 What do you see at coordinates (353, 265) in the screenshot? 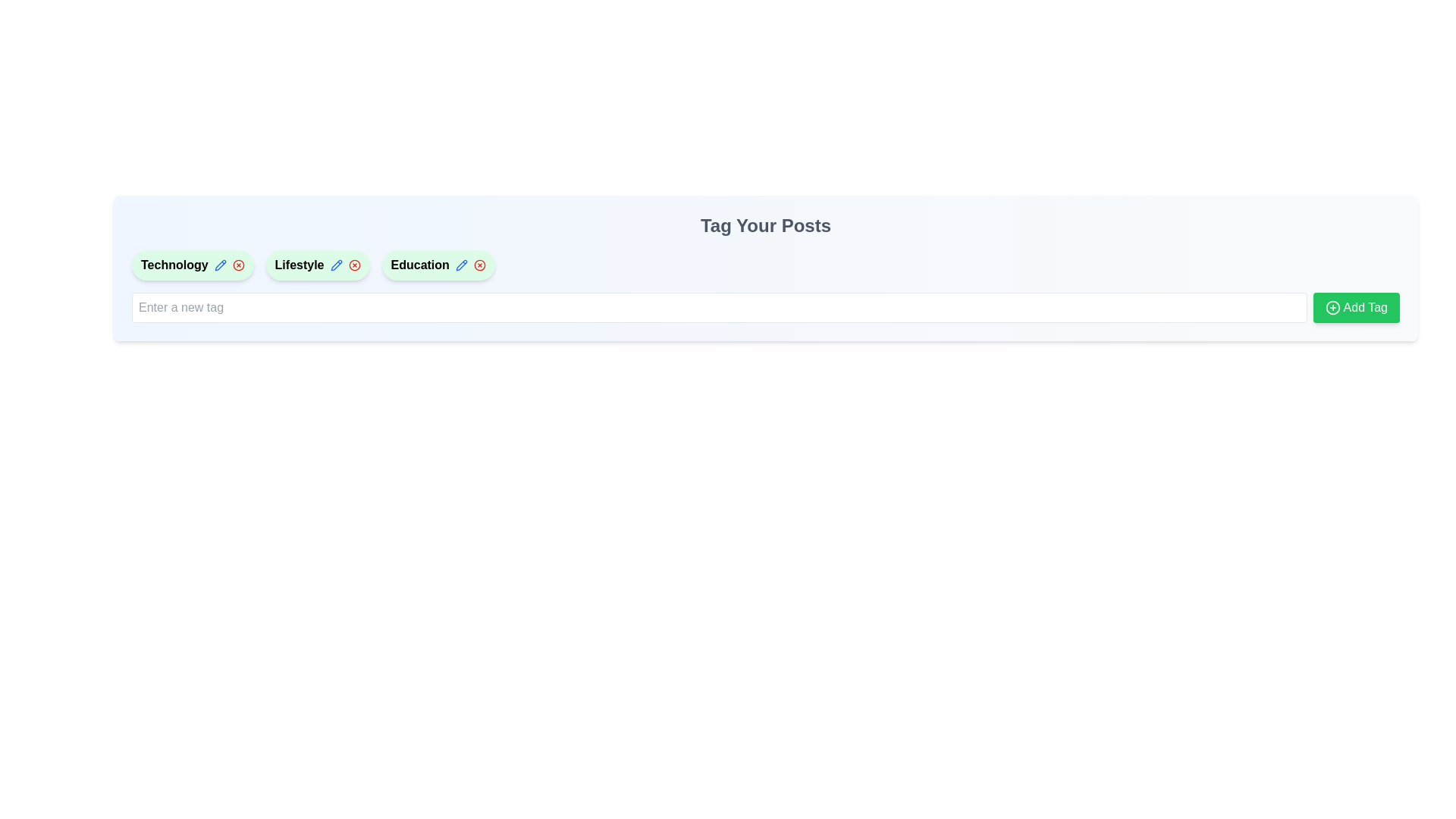
I see `the Delete button icon located to the right of the blue pencil icon` at bounding box center [353, 265].